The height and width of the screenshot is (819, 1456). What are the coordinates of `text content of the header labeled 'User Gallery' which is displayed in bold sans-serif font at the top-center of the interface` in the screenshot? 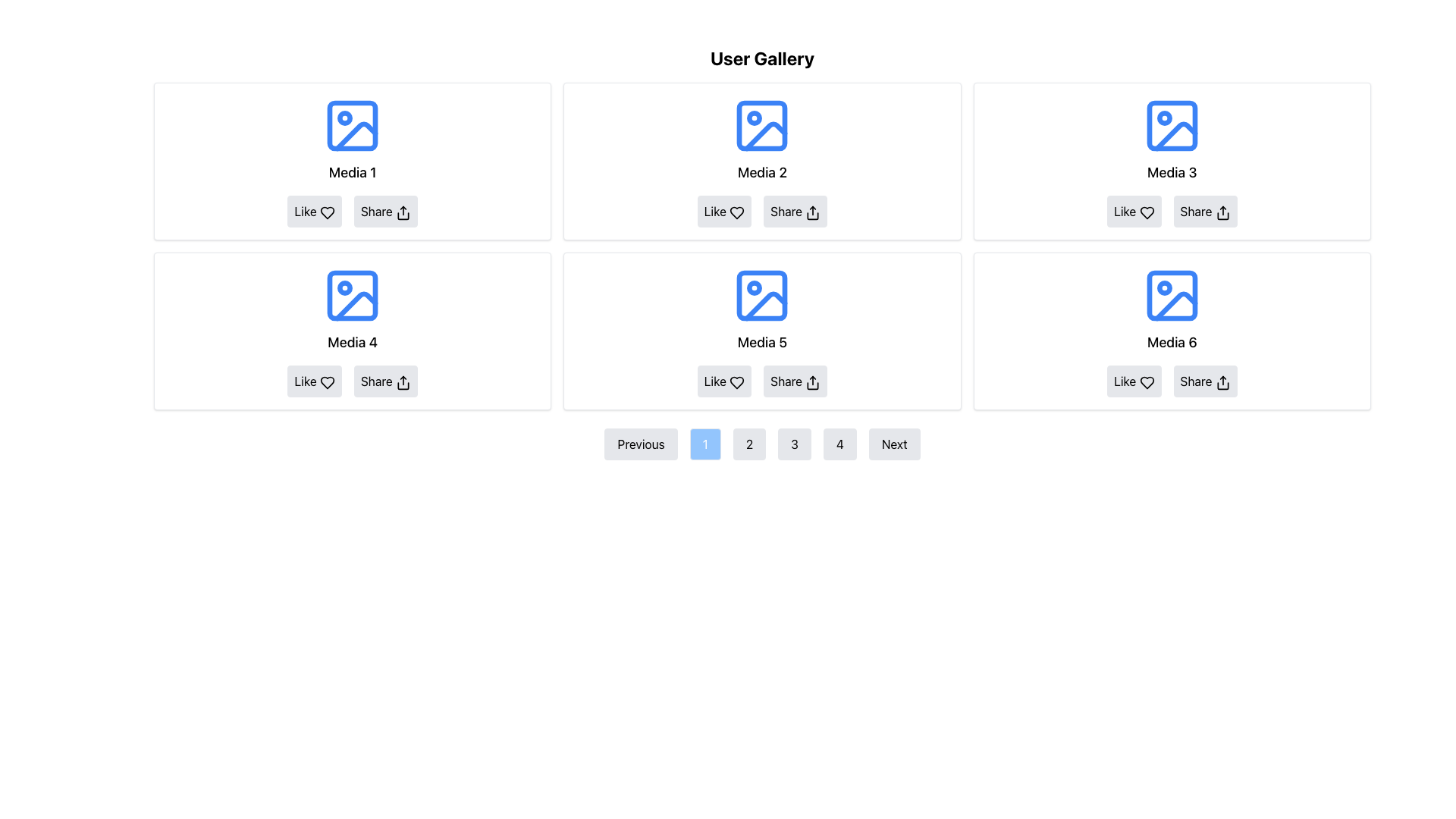 It's located at (762, 58).